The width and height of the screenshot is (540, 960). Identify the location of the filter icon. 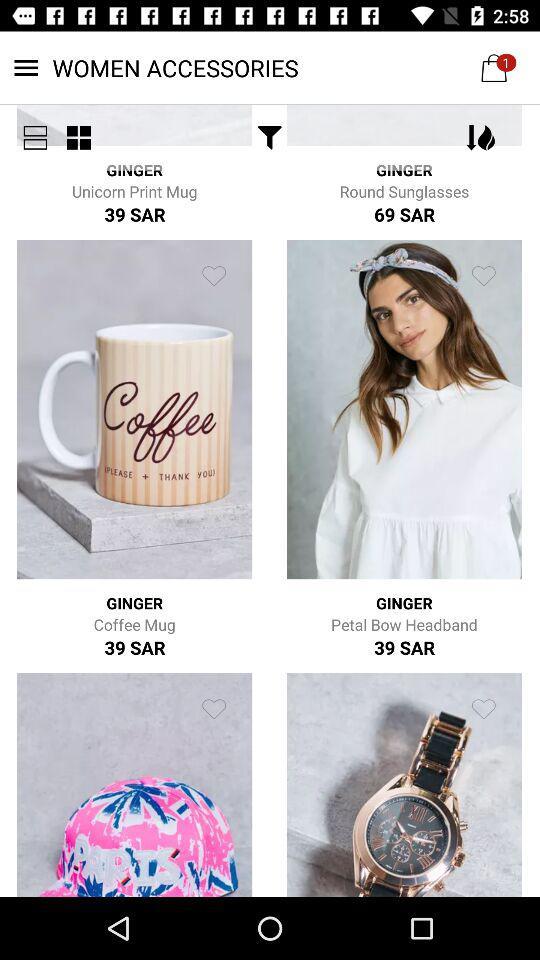
(482, 136).